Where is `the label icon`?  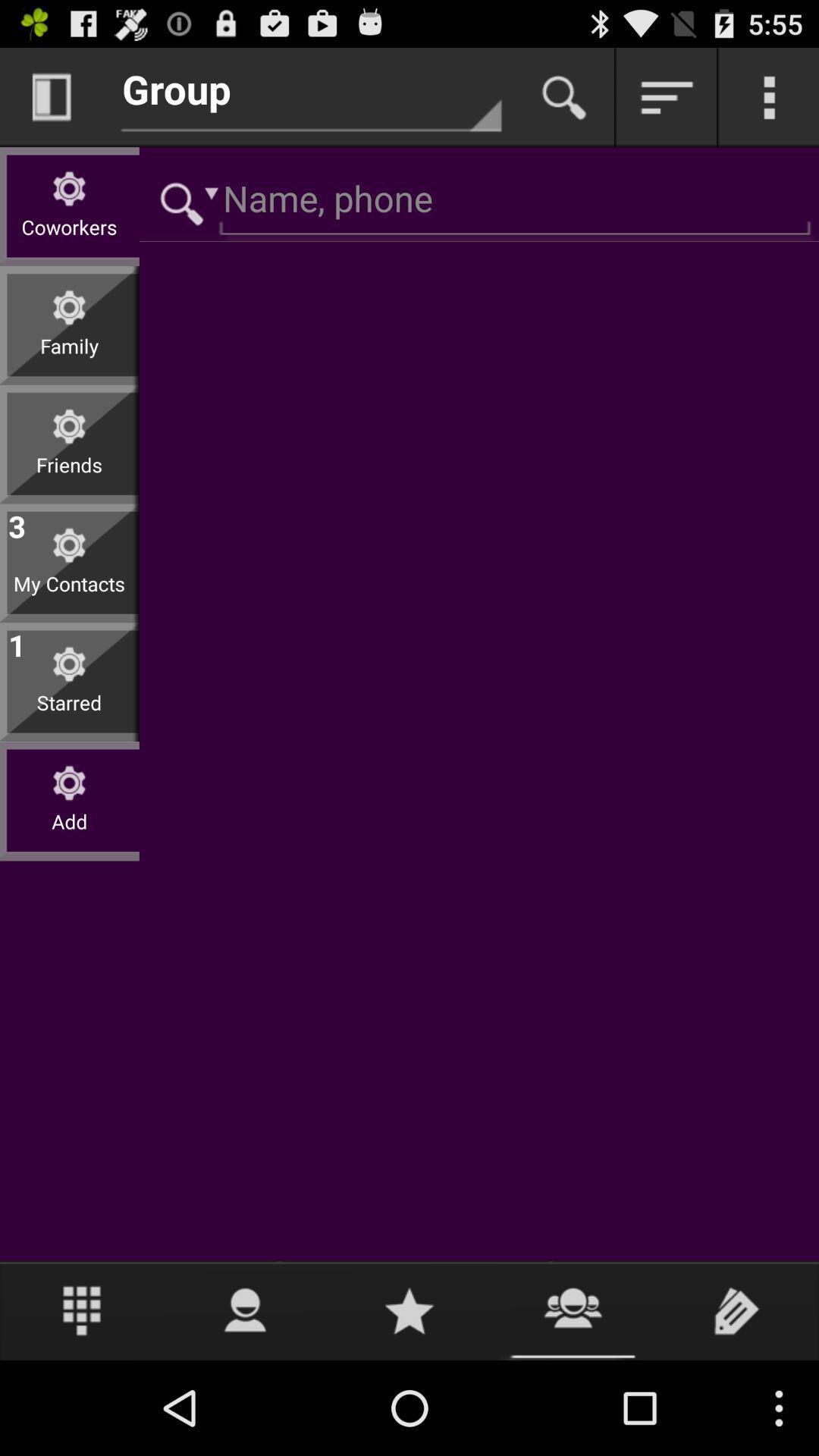
the label icon is located at coordinates (736, 1401).